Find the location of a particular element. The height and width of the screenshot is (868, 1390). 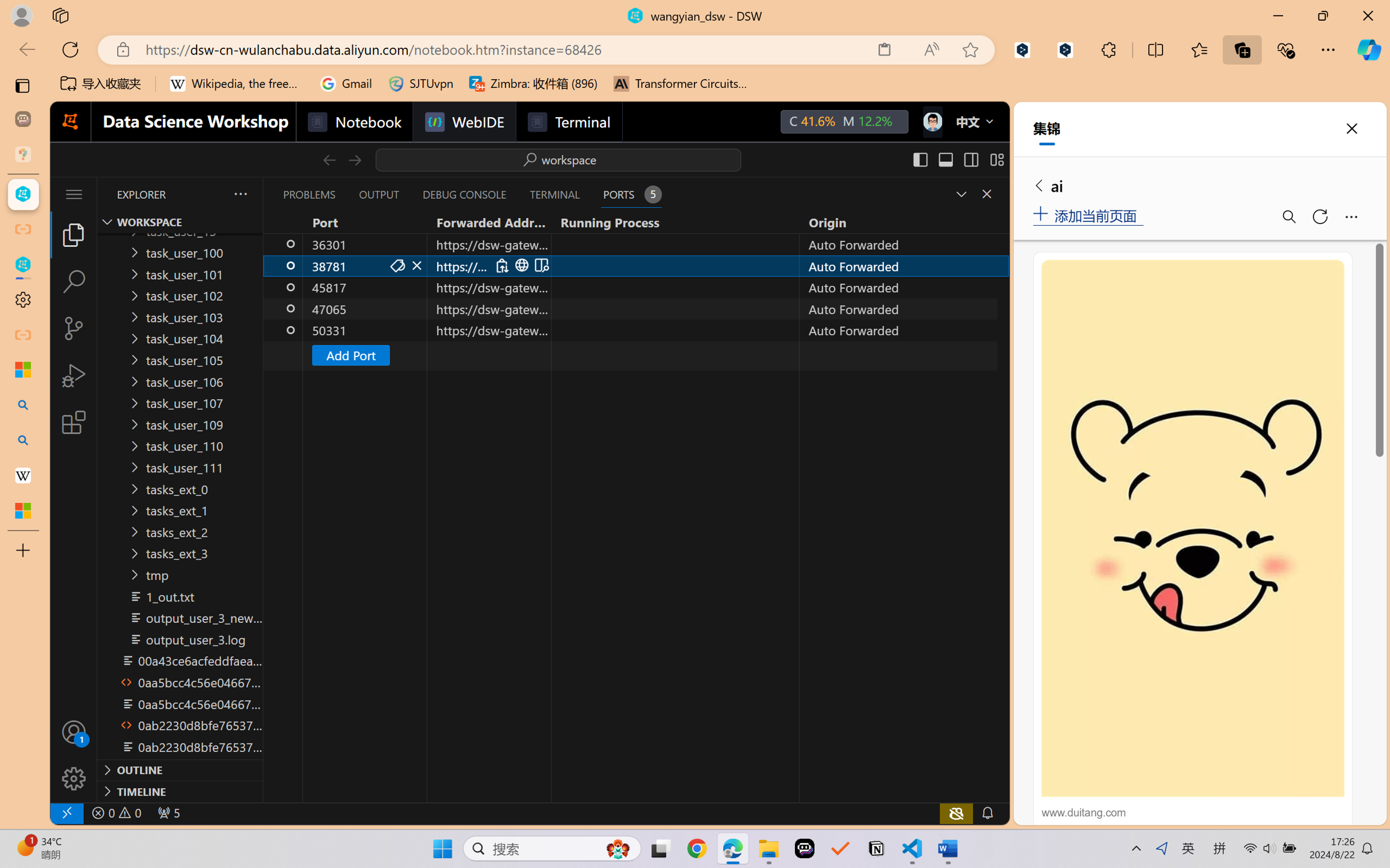

'Transformer Circuits Thread' is located at coordinates (680, 83).